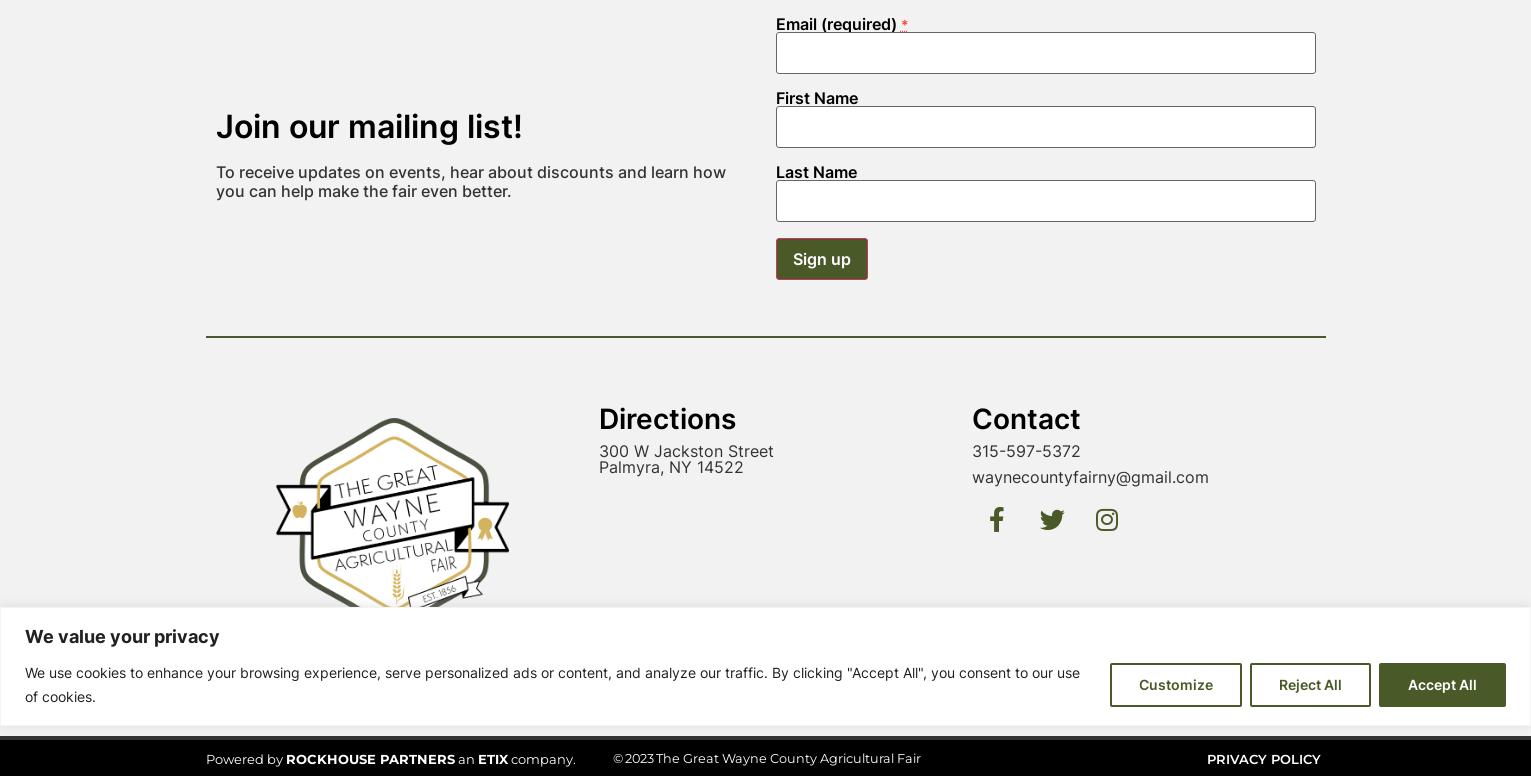 The width and height of the screenshot is (1531, 776). Describe the element at coordinates (623, 479) in the screenshot. I see `'2023'` at that location.